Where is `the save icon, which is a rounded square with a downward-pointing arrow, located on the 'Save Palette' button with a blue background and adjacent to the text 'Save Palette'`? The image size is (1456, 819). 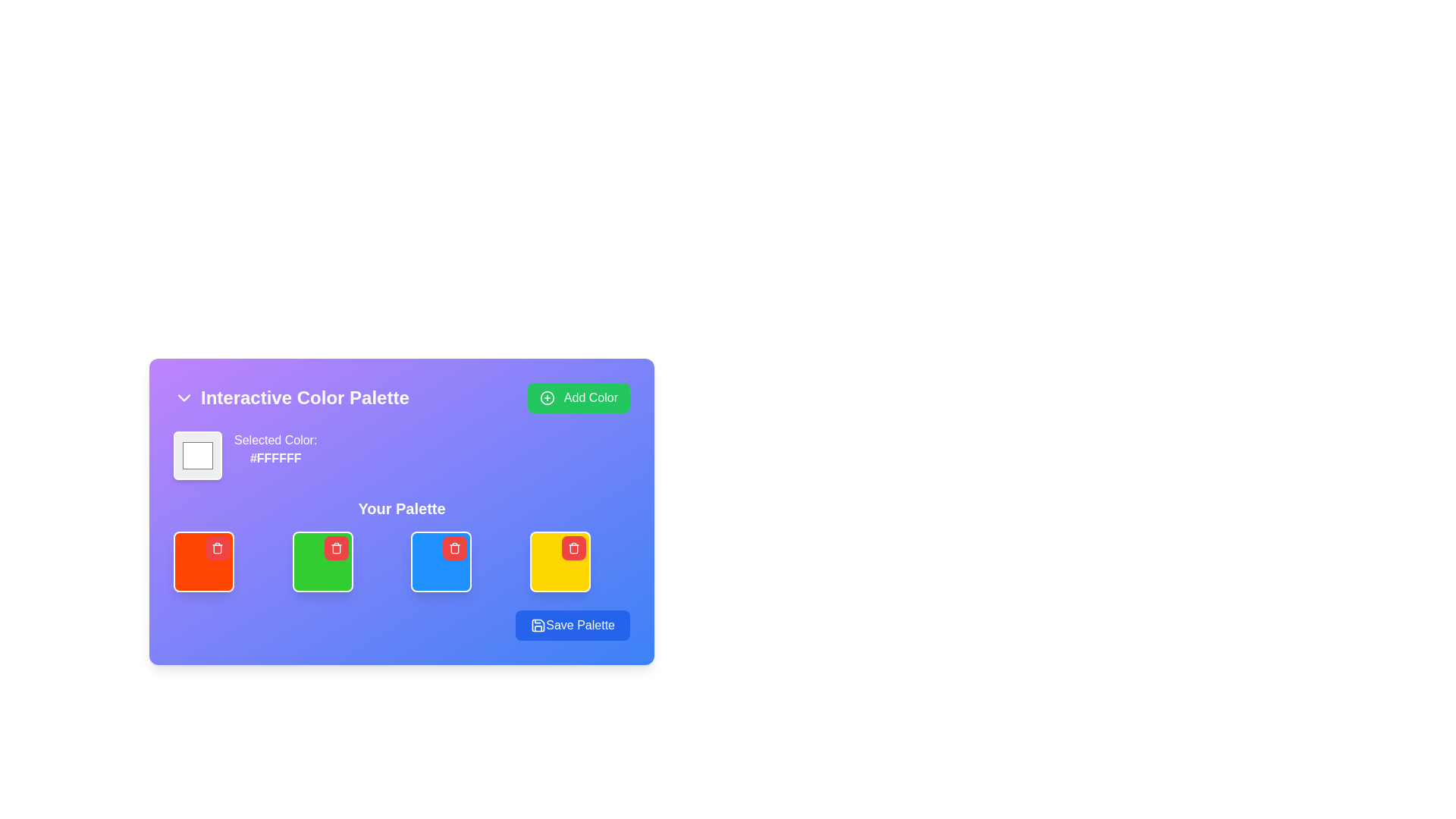 the save icon, which is a rounded square with a downward-pointing arrow, located on the 'Save Palette' button with a blue background and adjacent to the text 'Save Palette' is located at coordinates (538, 626).